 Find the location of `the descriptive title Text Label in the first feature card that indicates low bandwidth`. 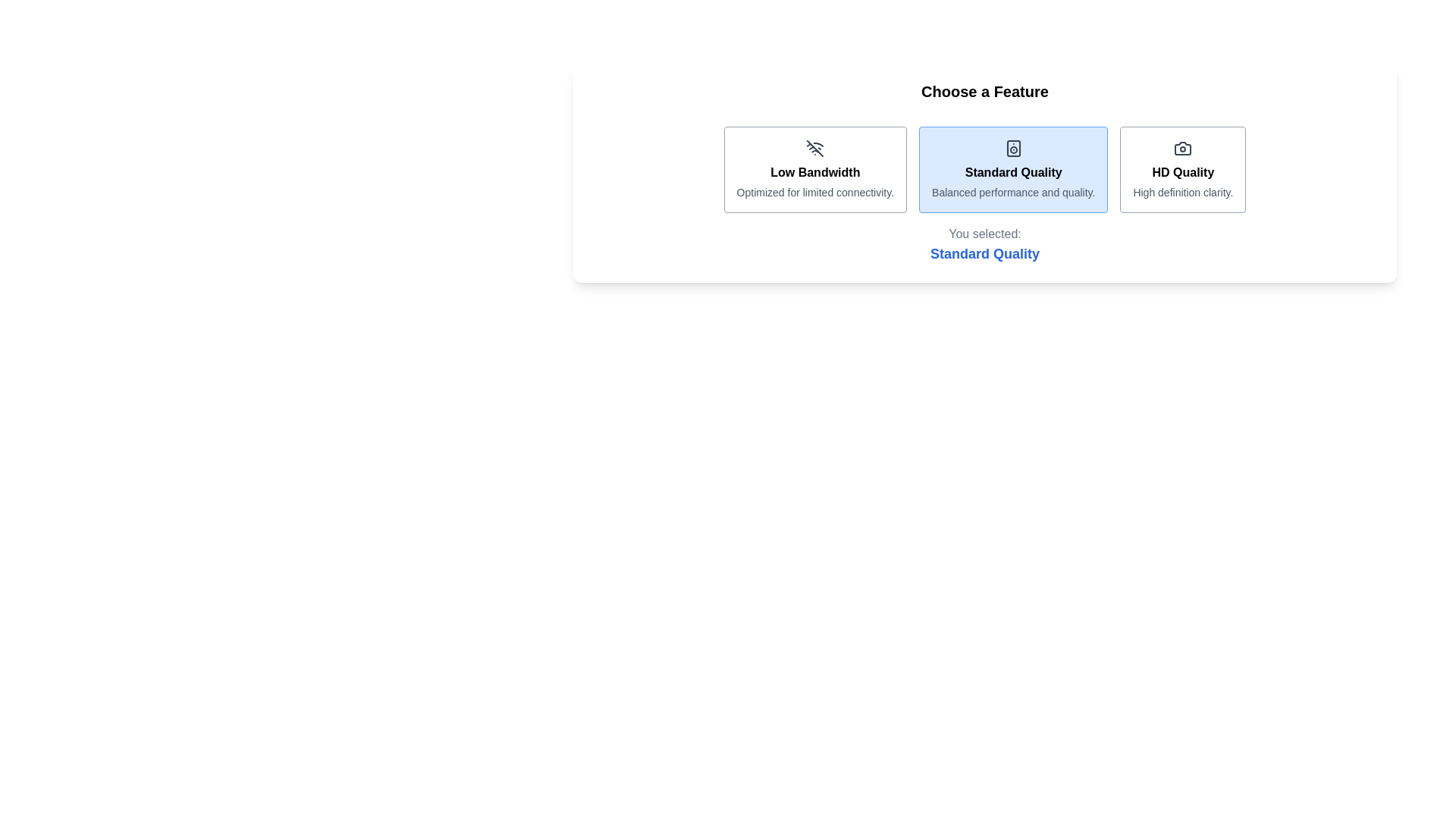

the descriptive title Text Label in the first feature card that indicates low bandwidth is located at coordinates (814, 171).